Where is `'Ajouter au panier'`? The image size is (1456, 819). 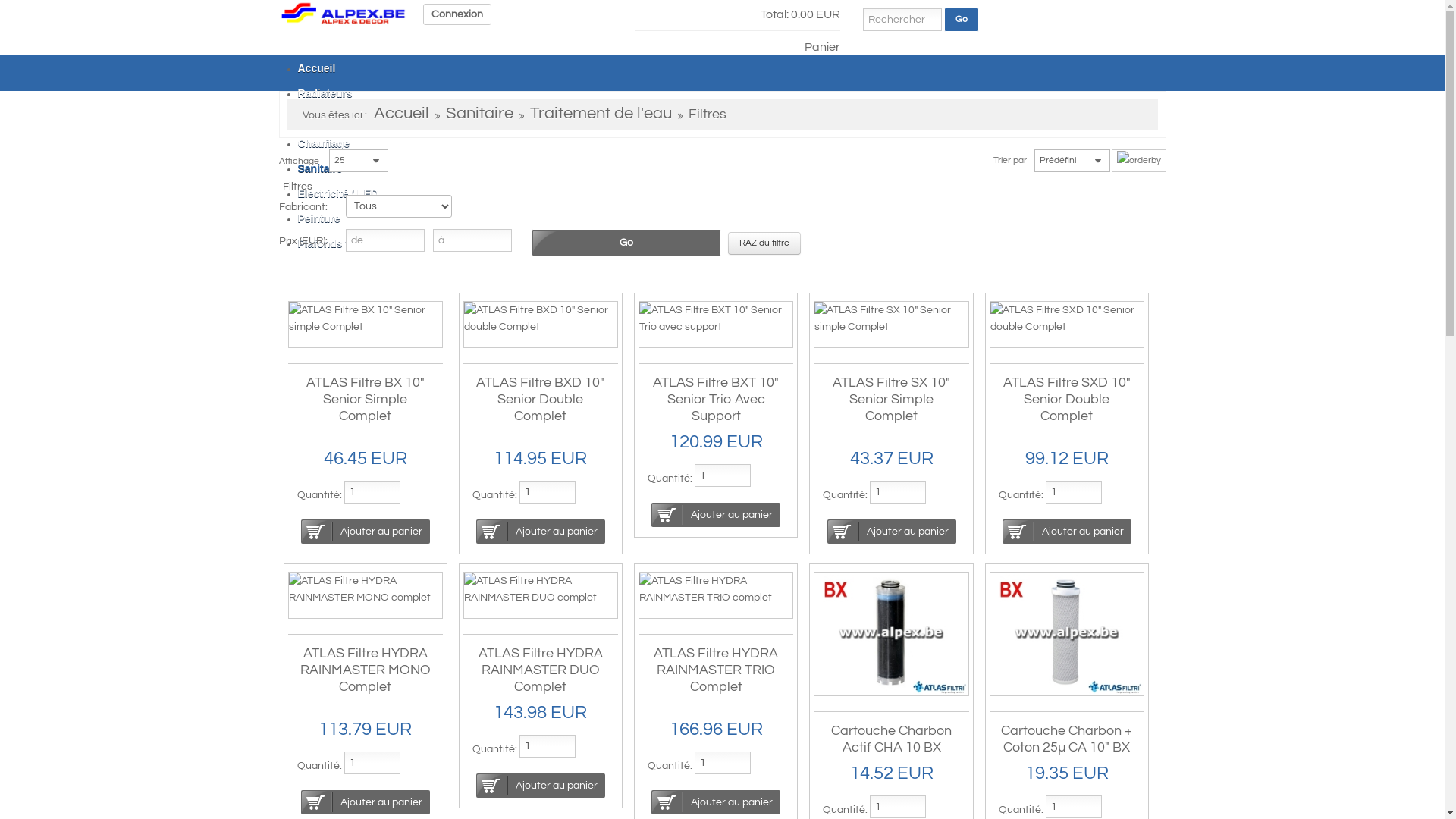 'Ajouter au panier' is located at coordinates (301, 531).